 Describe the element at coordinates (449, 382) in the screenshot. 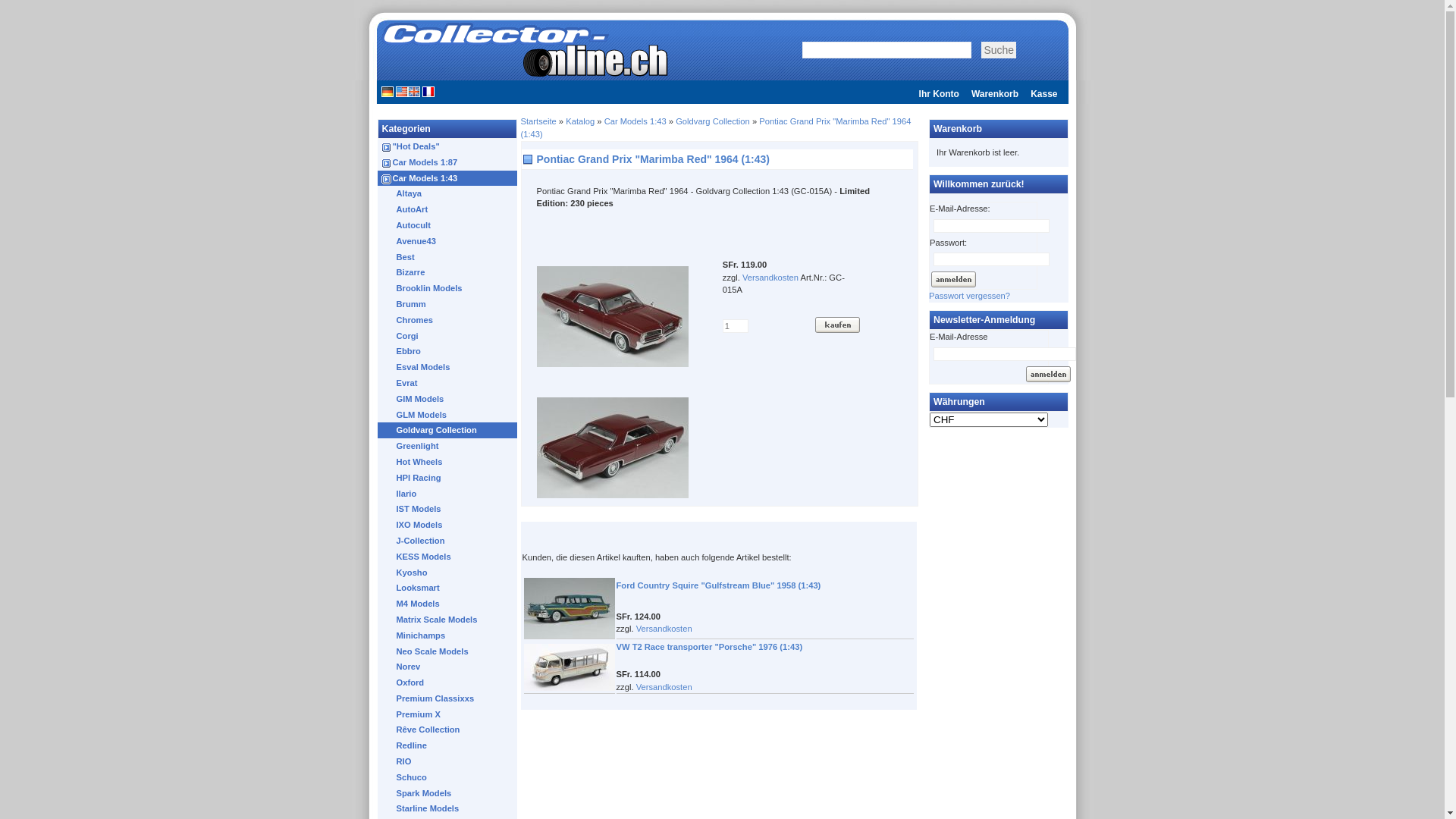

I see `'Evrat'` at that location.